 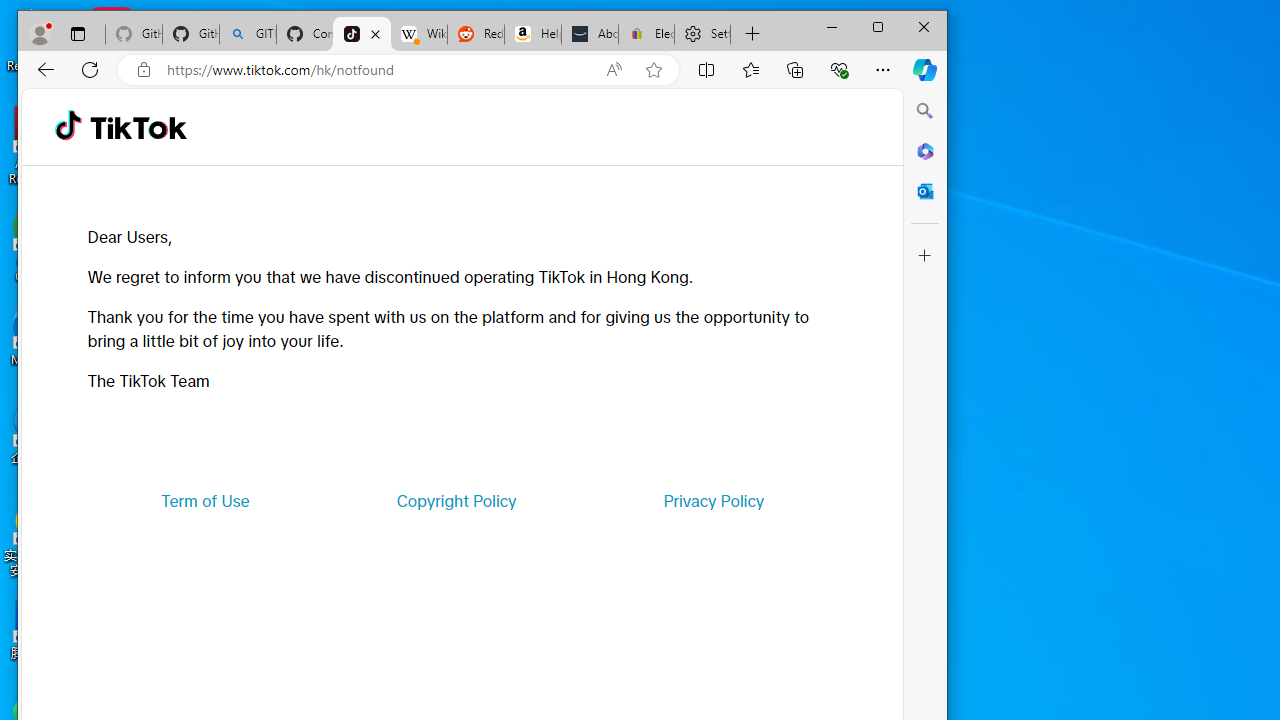 I want to click on 'Help & Contact Us - Amazon Customer Service', so click(x=533, y=34).